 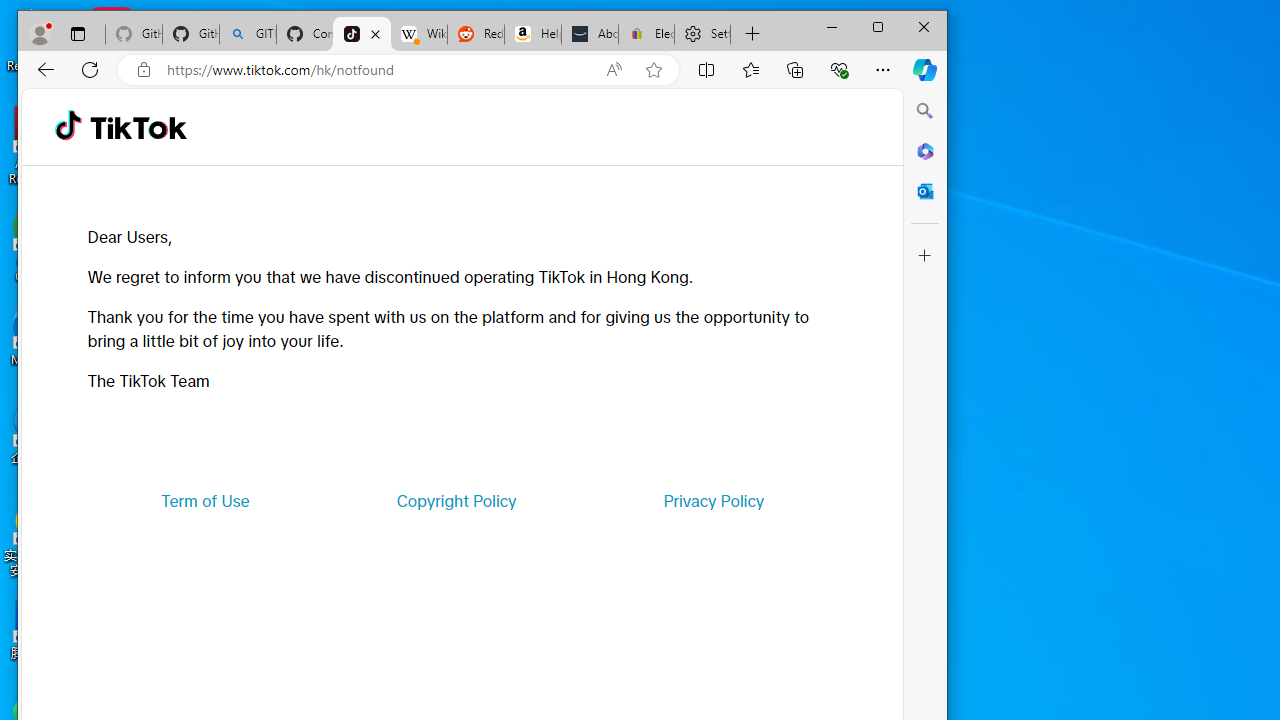 I want to click on 'Help & Contact Us - Amazon Customer Service', so click(x=533, y=34).